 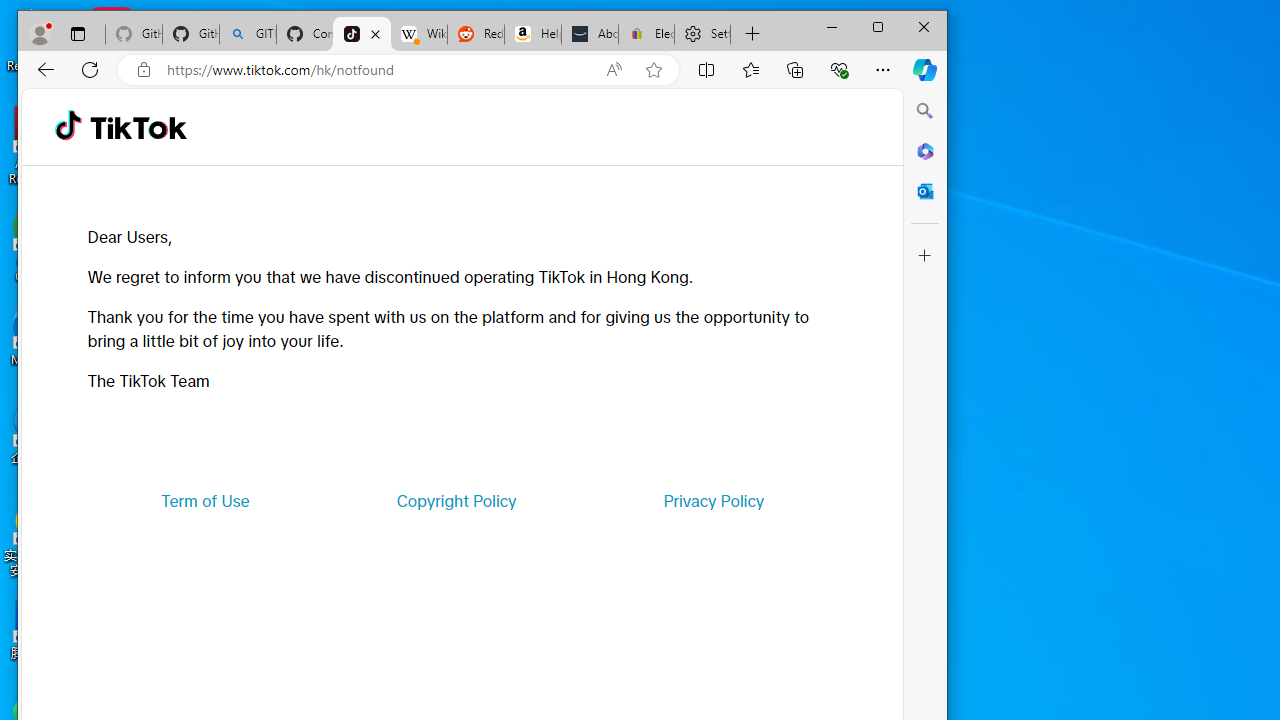 I want to click on 'Help & Contact Us - Amazon Customer Service', so click(x=533, y=34).